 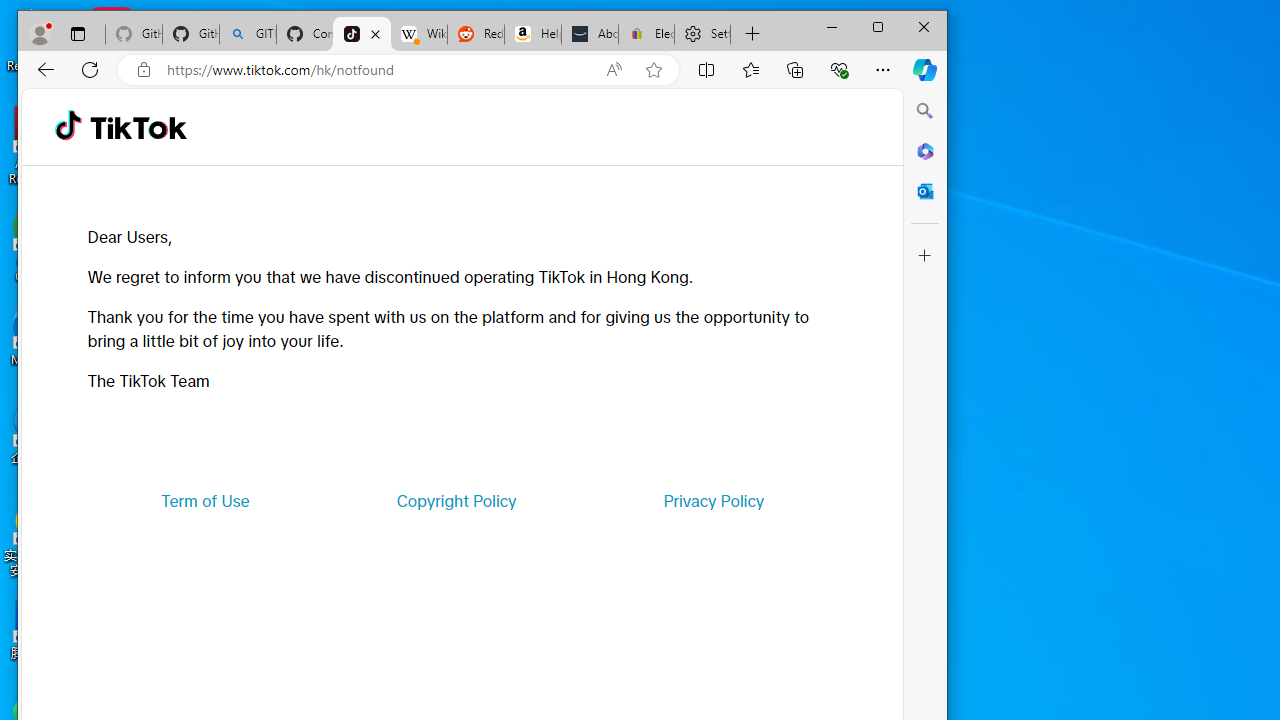 I want to click on 'Help & Contact Us - Amazon Customer Service', so click(x=533, y=34).